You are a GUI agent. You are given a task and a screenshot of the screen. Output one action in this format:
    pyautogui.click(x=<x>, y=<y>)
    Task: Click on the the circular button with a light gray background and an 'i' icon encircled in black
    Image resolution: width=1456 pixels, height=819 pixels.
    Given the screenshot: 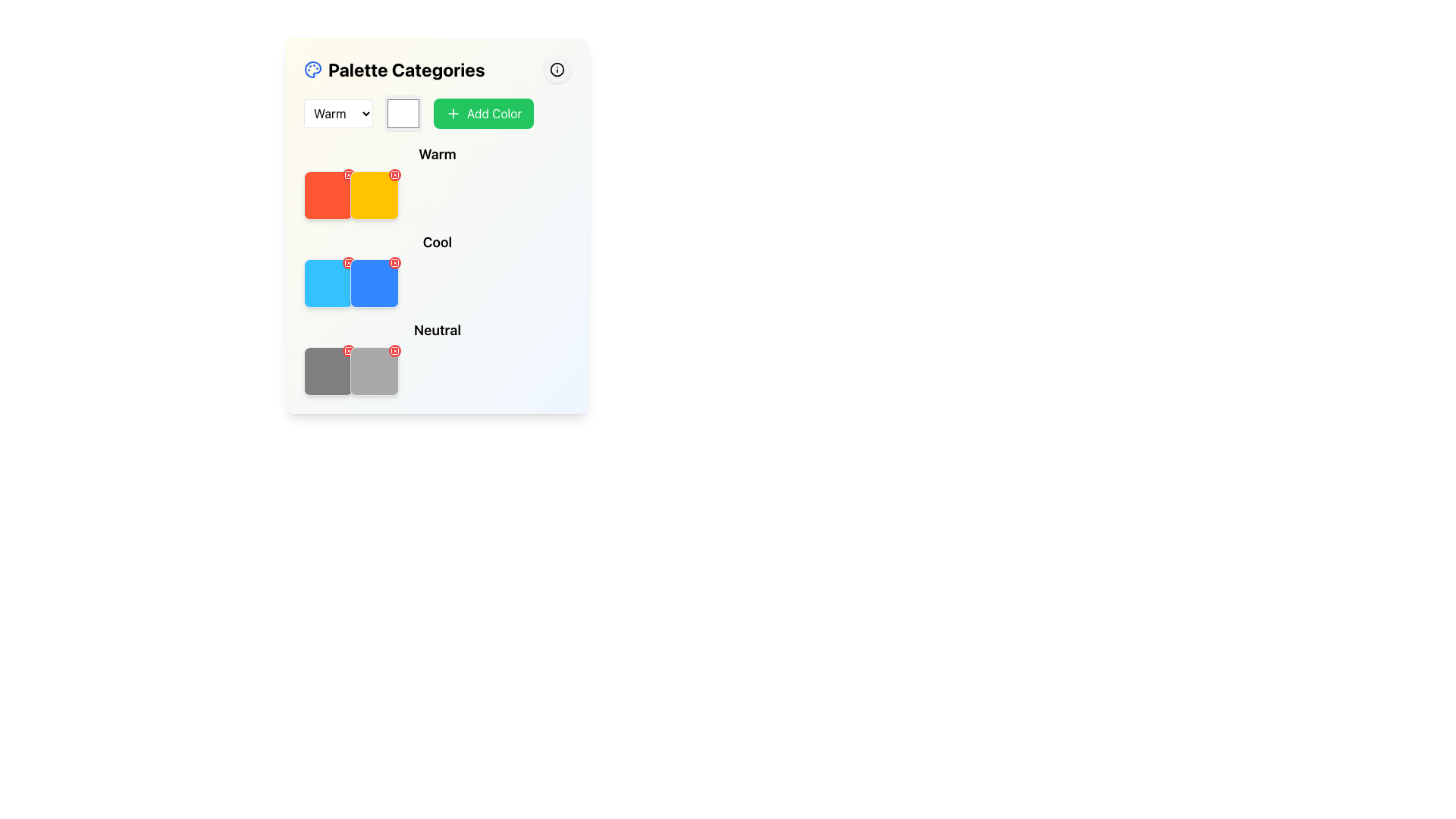 What is the action you would take?
    pyautogui.click(x=556, y=70)
    